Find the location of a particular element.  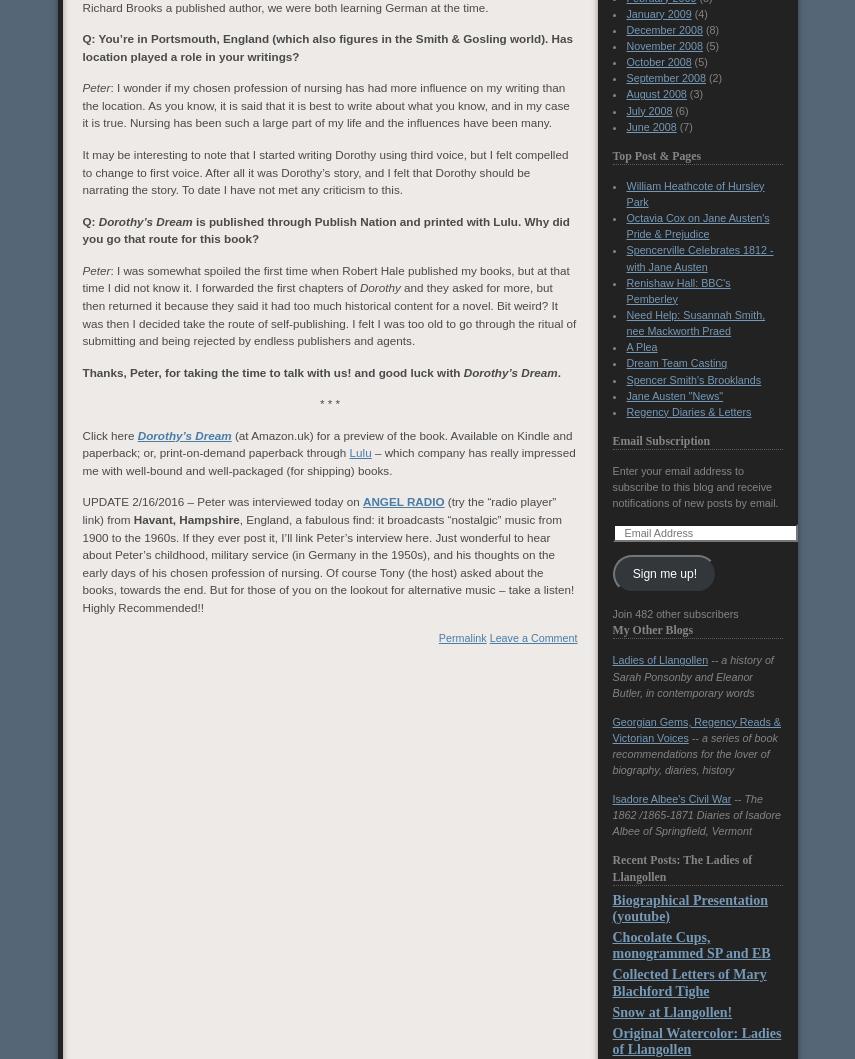

'Thanks, Peter, for taking the time to talk with us! and good luck with' is located at coordinates (272, 370).